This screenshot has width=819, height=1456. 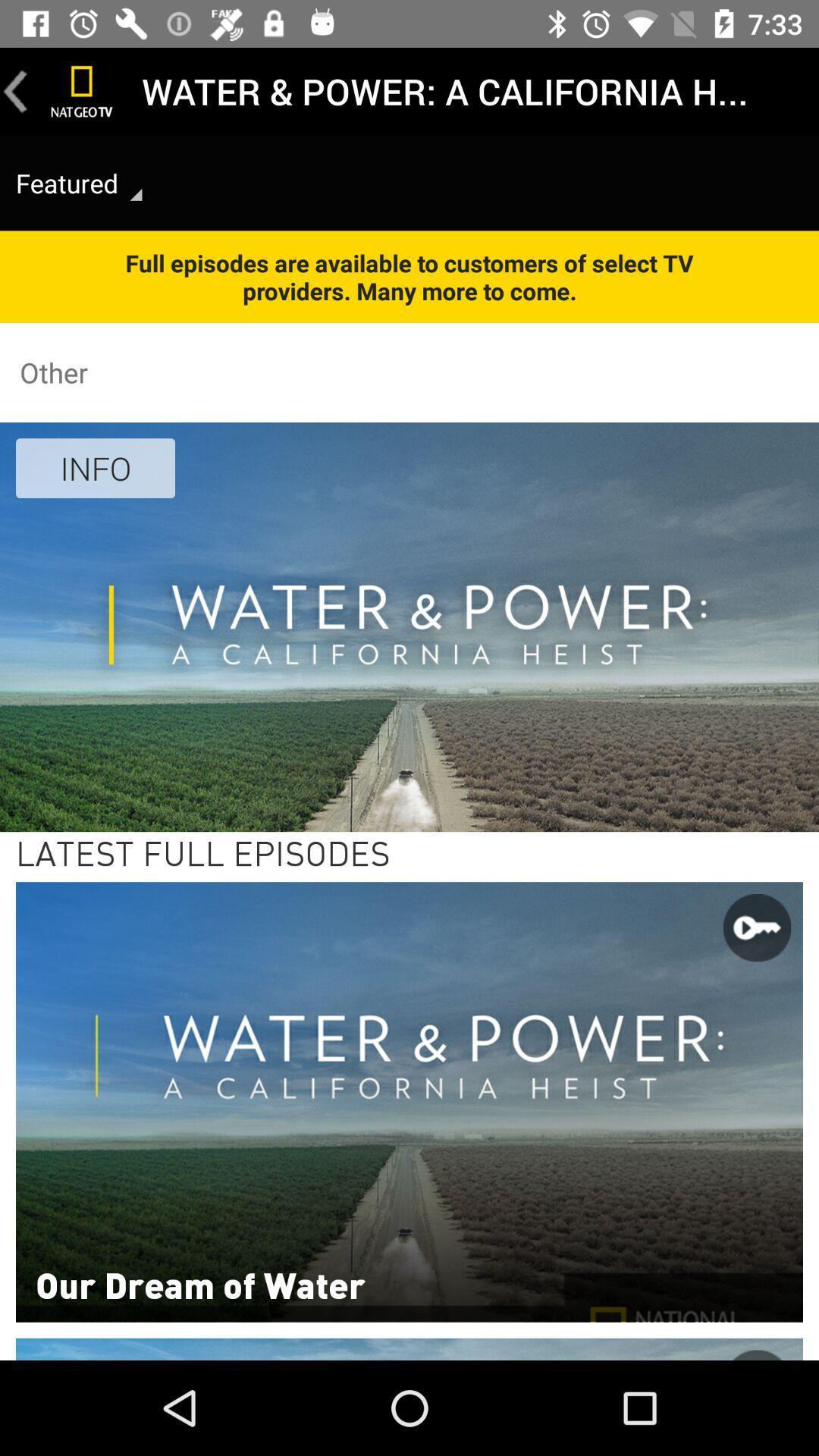 I want to click on item to the left of water power a item, so click(x=82, y=90).